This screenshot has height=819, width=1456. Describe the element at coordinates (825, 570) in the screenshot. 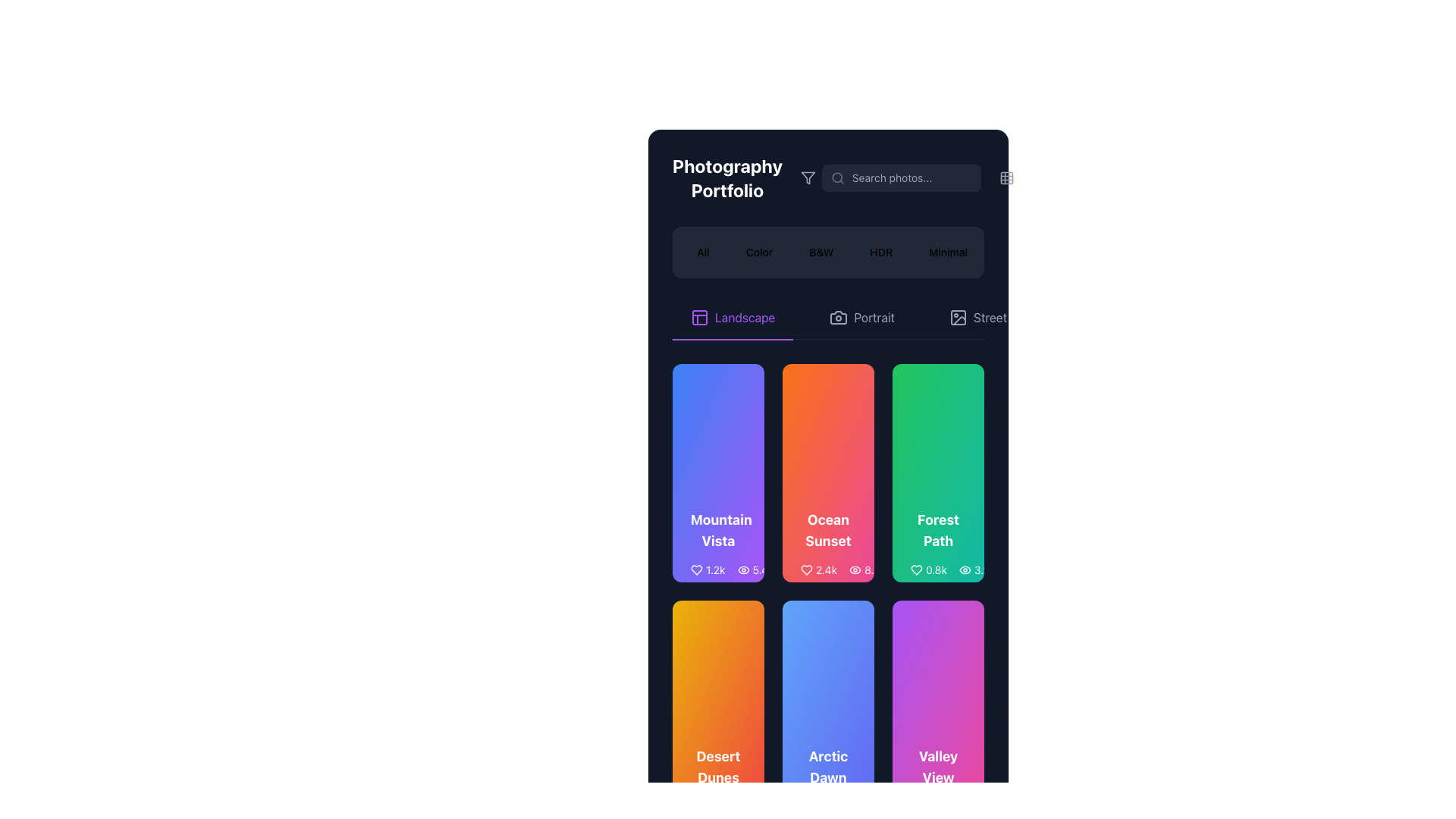

I see `the text label displaying '2.4k', which represents a like or favorite count, located within the 'Ocean Sunset' card` at that location.